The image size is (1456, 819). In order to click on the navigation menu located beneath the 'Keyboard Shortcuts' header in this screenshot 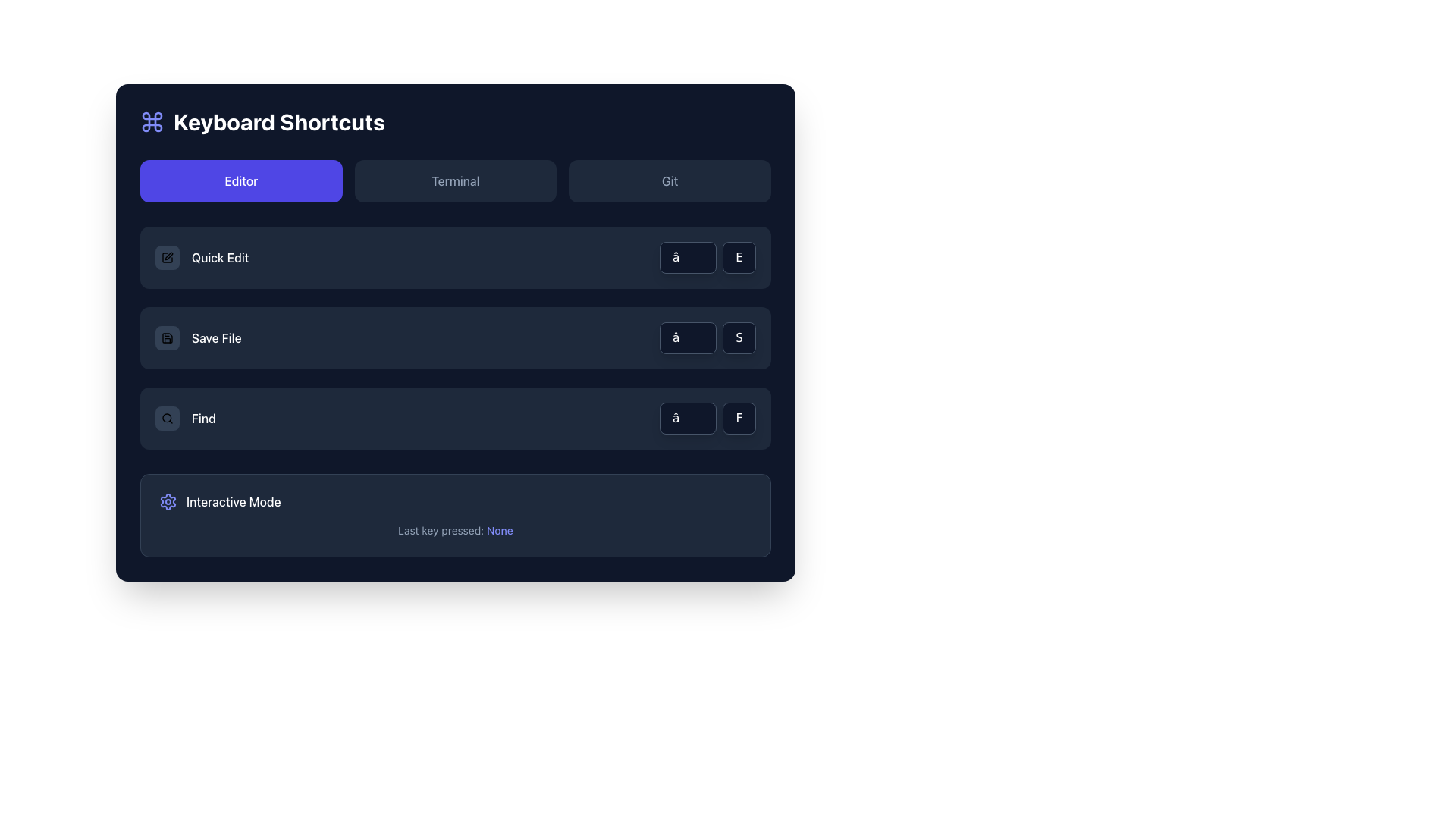, I will do `click(454, 180)`.